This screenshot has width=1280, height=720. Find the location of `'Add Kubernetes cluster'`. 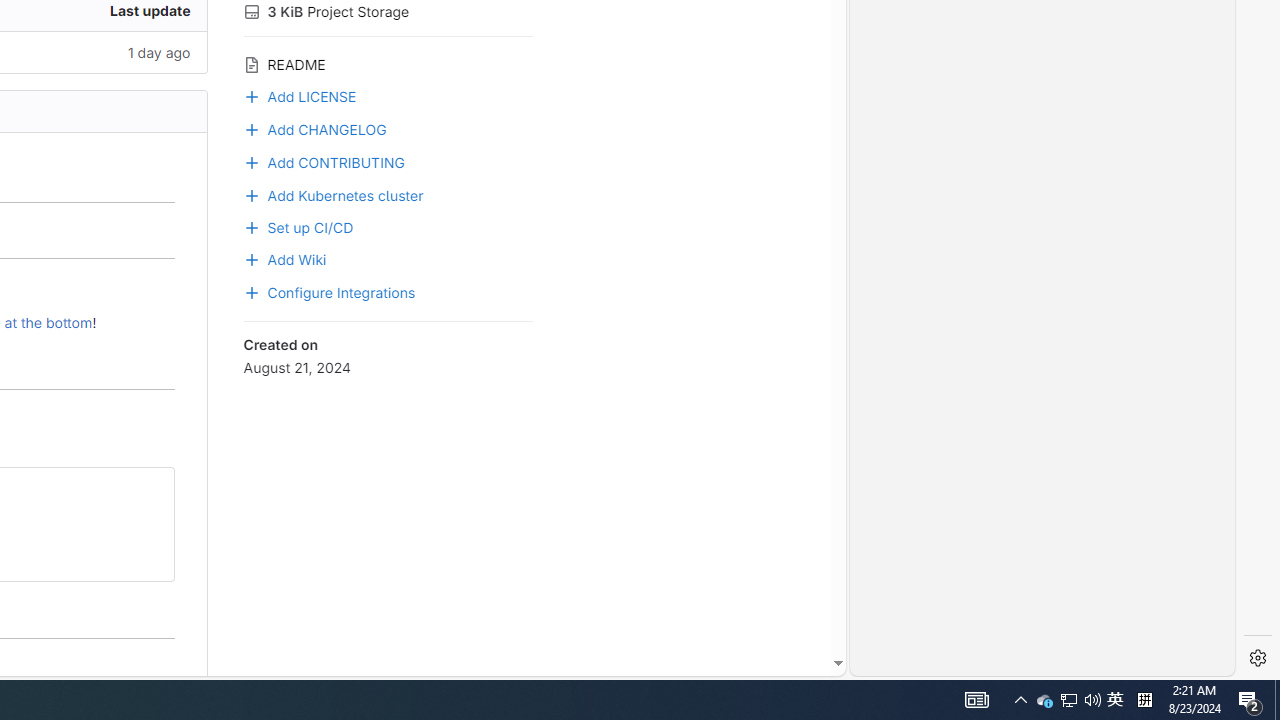

'Add Kubernetes cluster' is located at coordinates (387, 194).